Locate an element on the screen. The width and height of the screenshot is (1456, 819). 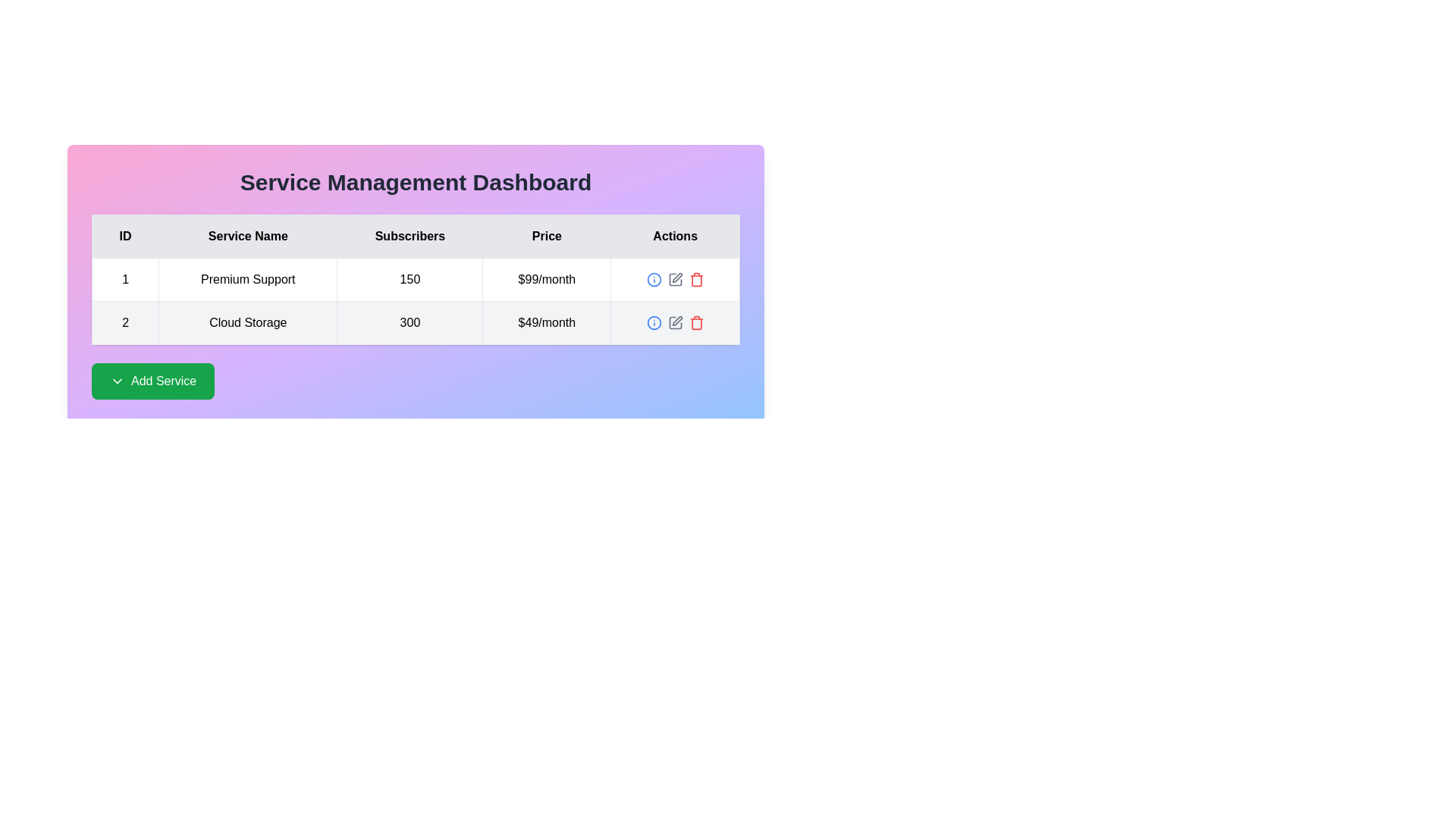
the 'Actions' text label in the header of the table, which is the last cell in a row of headers with a gray background is located at coordinates (674, 237).